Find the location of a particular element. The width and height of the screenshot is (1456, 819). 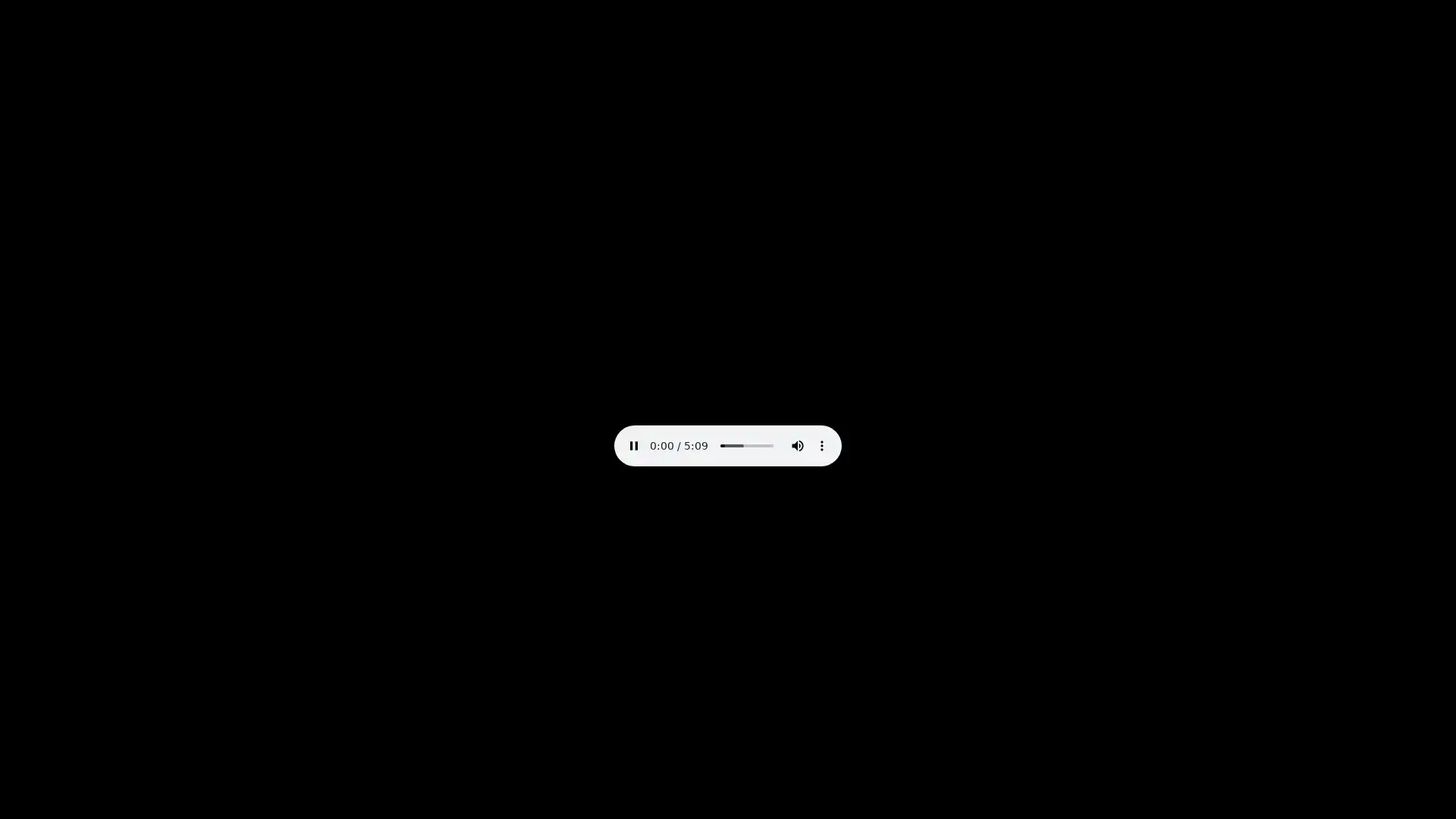

show more media controls is located at coordinates (821, 444).